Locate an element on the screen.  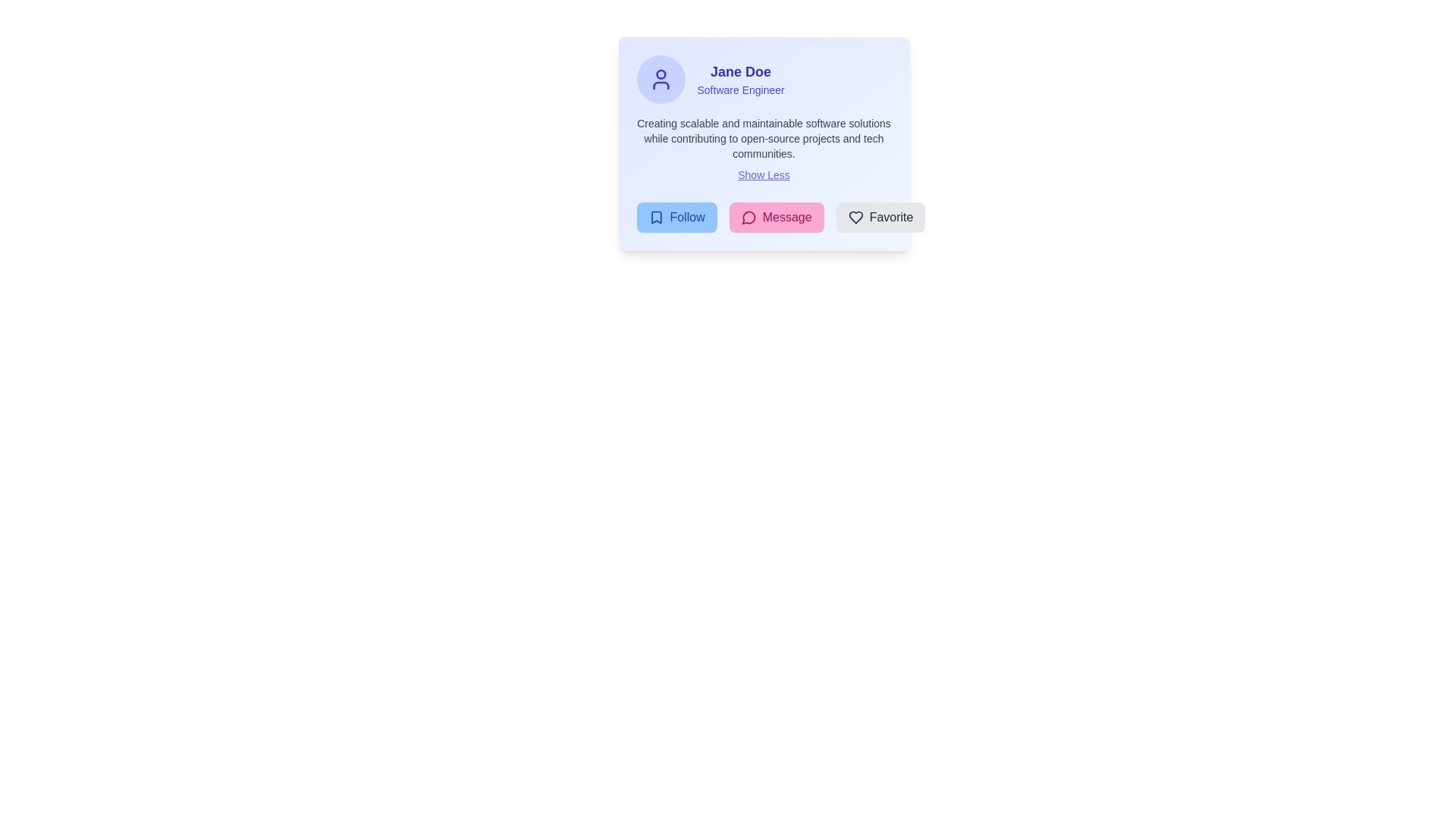
the bookmark icon within the 'Follow' button is located at coordinates (656, 217).